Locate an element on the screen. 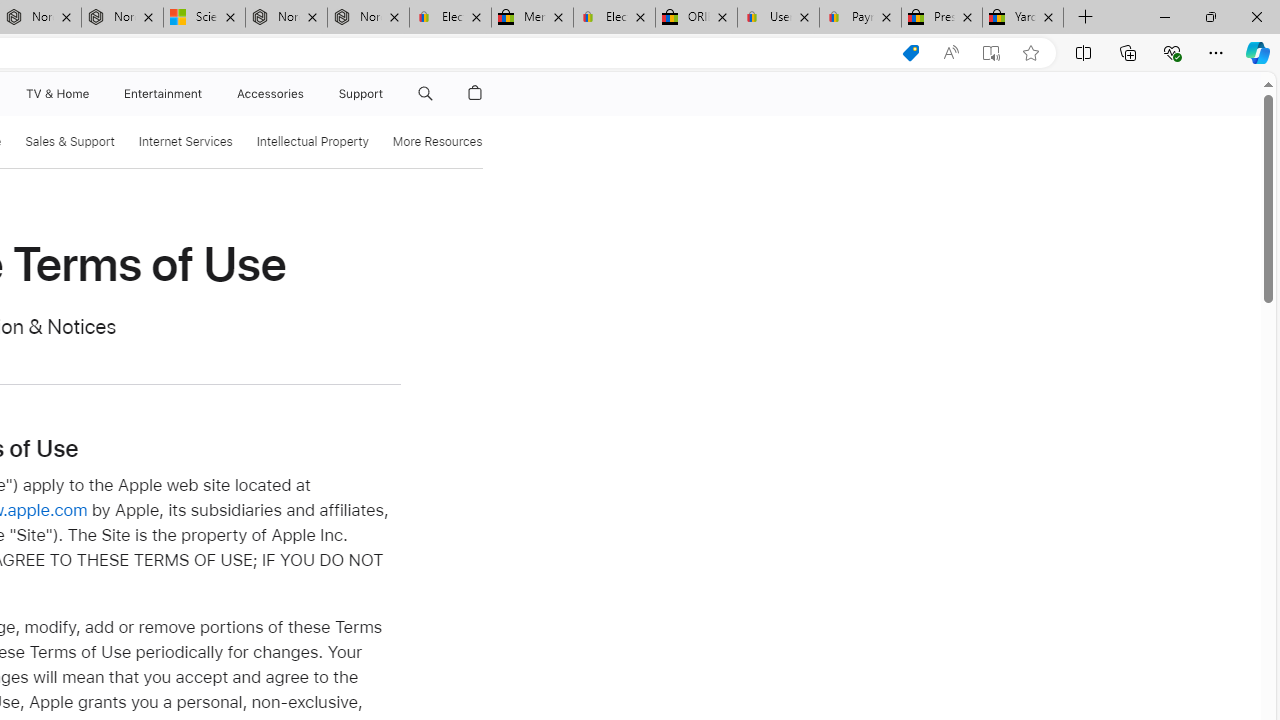 This screenshot has height=720, width=1280. 'Support' is located at coordinates (361, 93).